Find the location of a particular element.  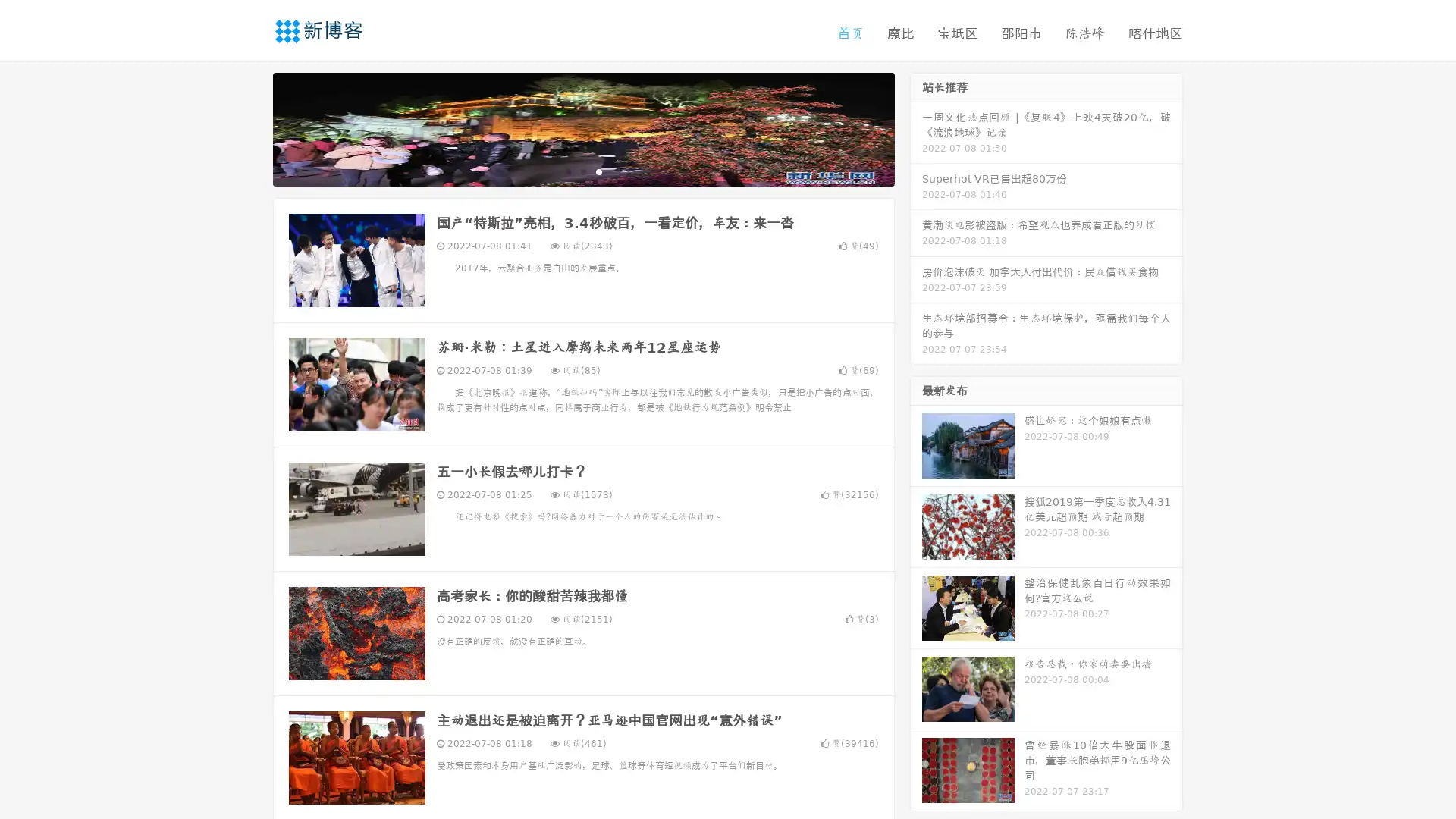

Go to slide 1 is located at coordinates (567, 171).